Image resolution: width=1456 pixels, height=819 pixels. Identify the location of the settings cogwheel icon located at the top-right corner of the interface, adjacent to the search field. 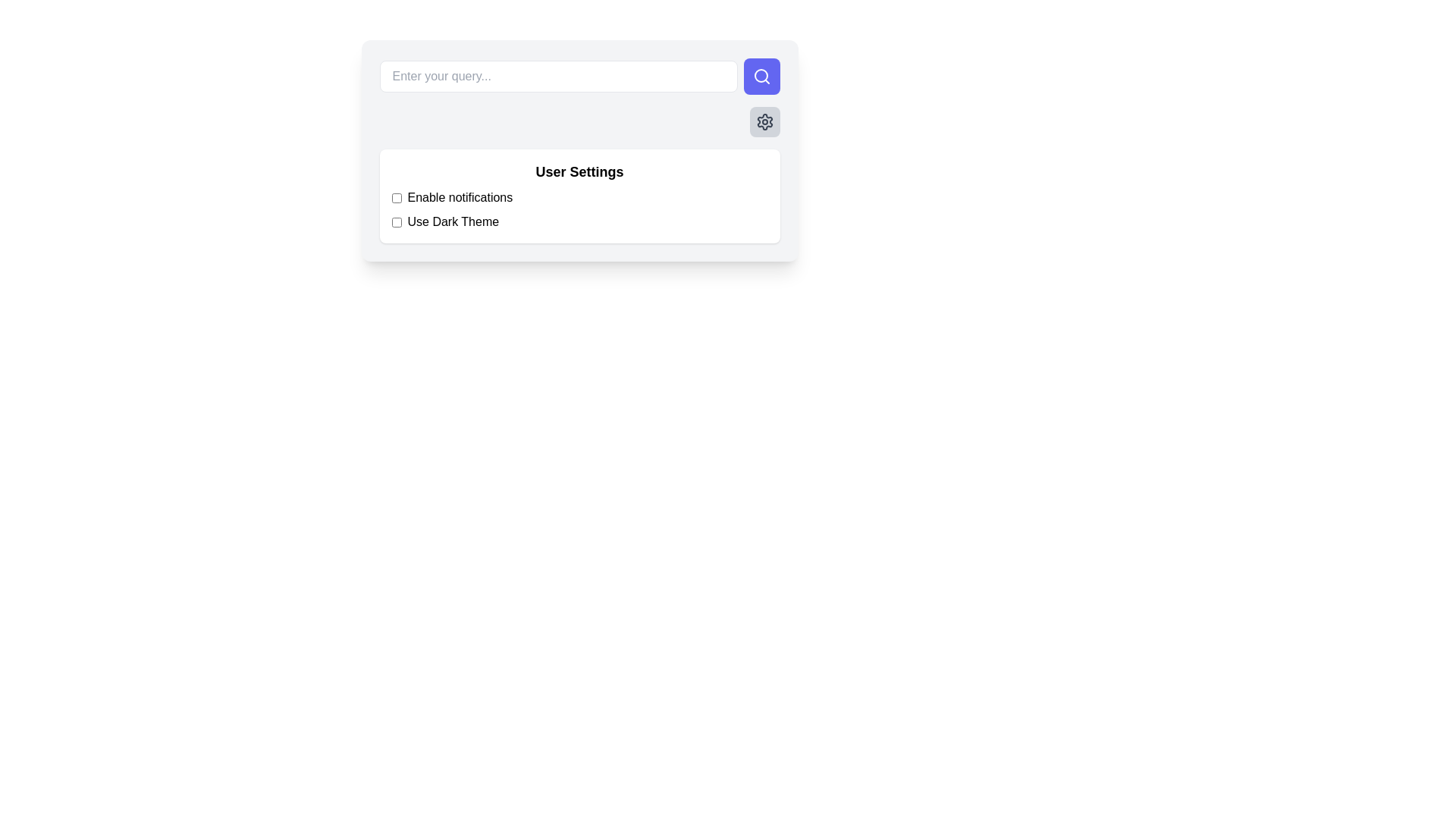
(764, 121).